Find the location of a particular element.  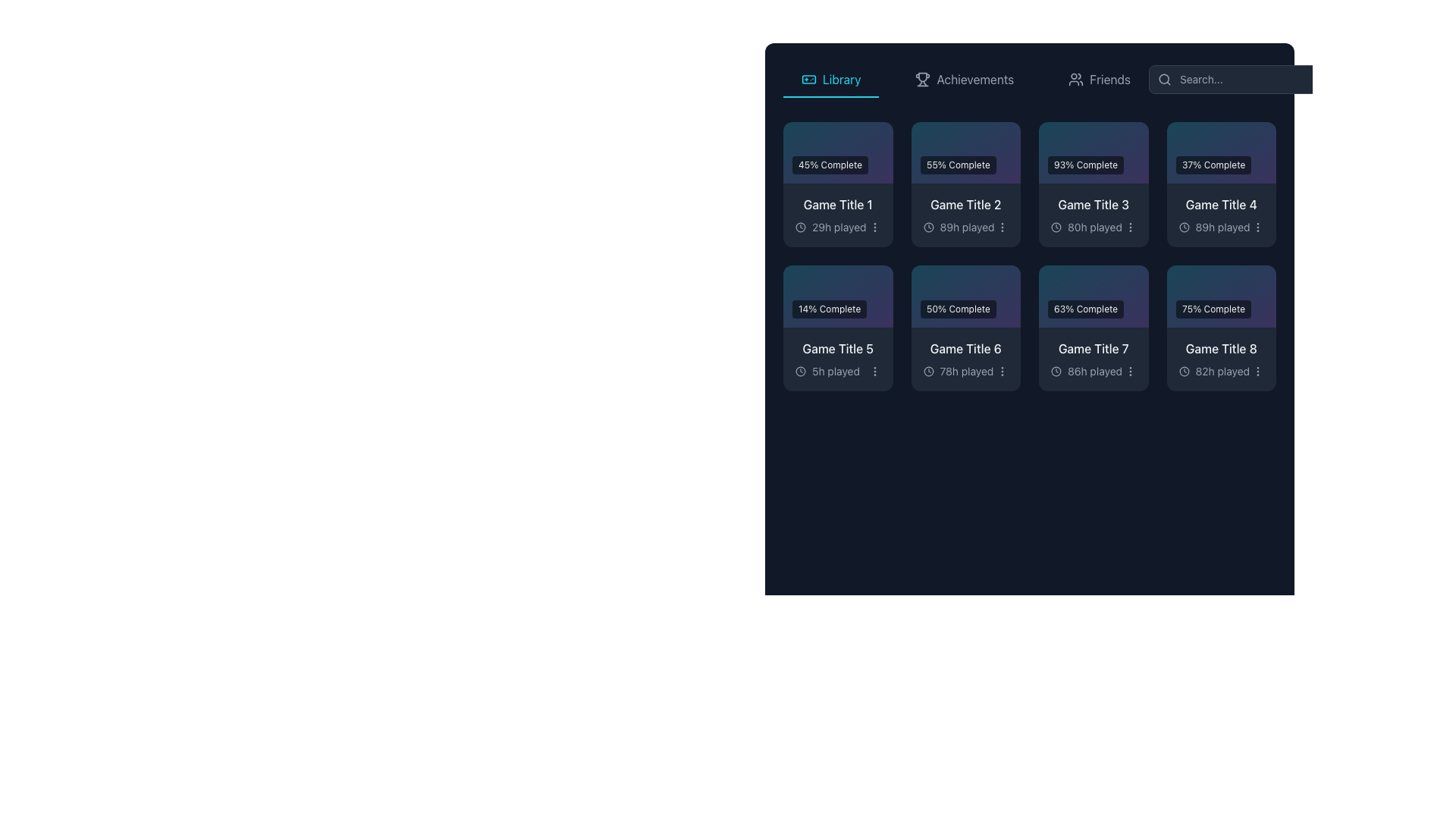

the circular decorative visual element, part of the clock icon, located to the left of the text indicating '89h played' for 'Game Title 4' is located at coordinates (1183, 227).